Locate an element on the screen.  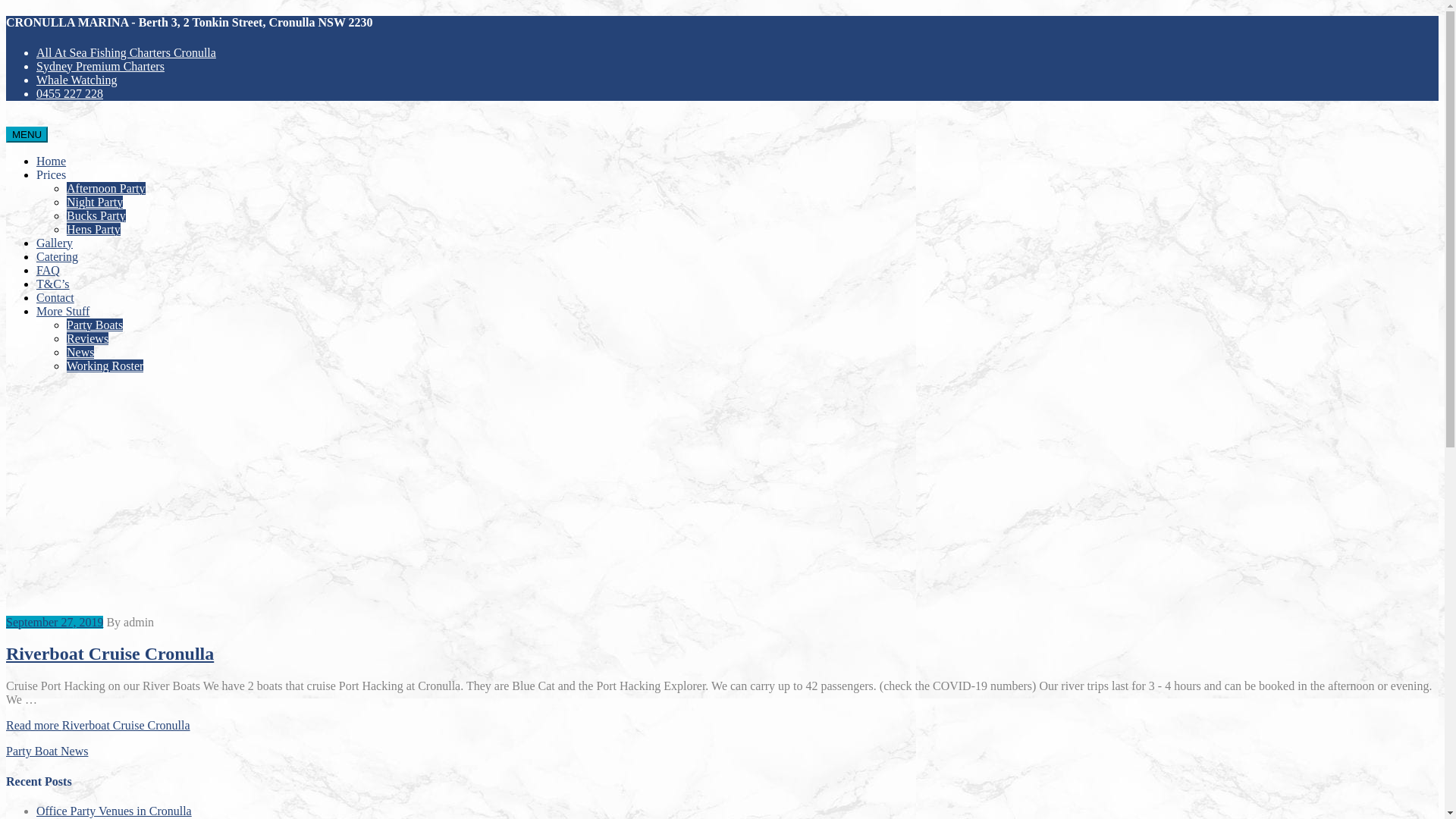
'Working Roster' is located at coordinates (65, 366).